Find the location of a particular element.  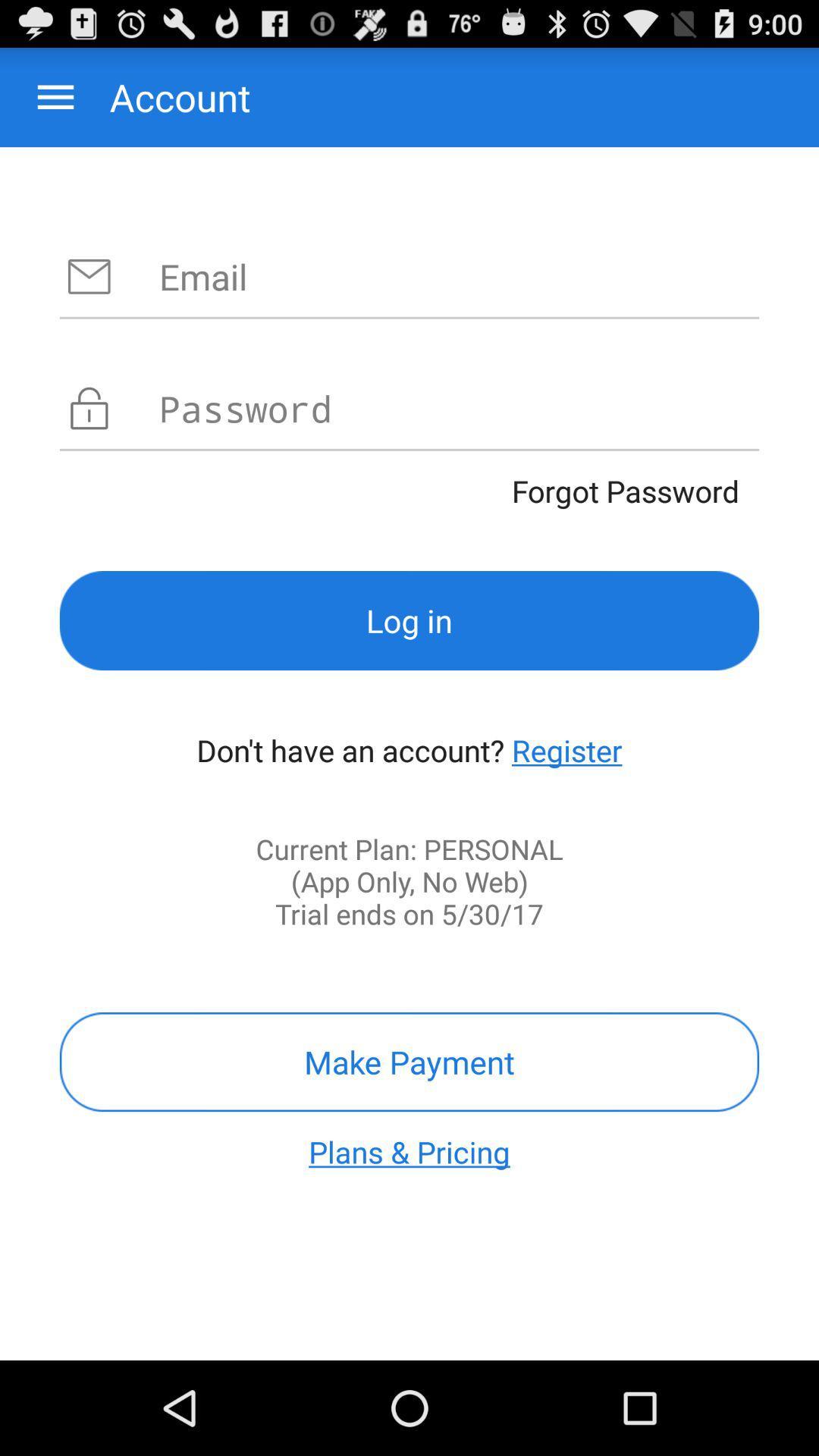

your email is located at coordinates (458, 276).